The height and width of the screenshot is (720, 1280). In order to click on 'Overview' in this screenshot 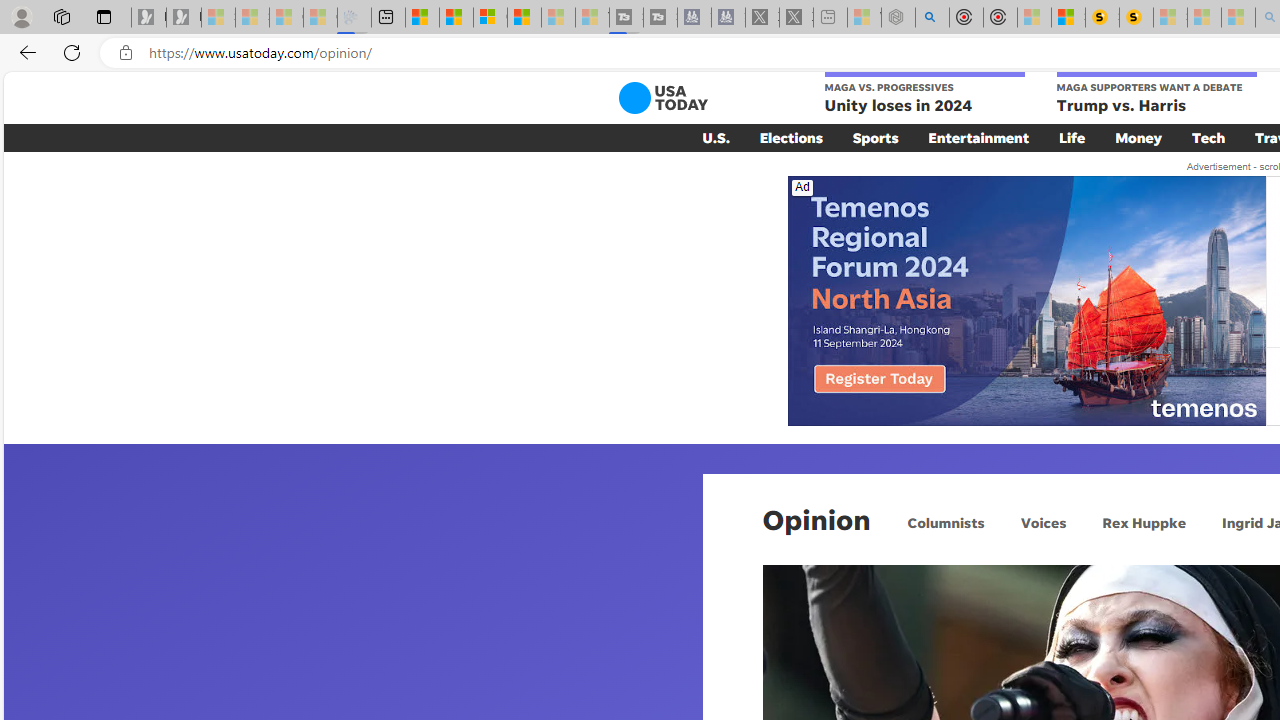, I will do `click(490, 17)`.